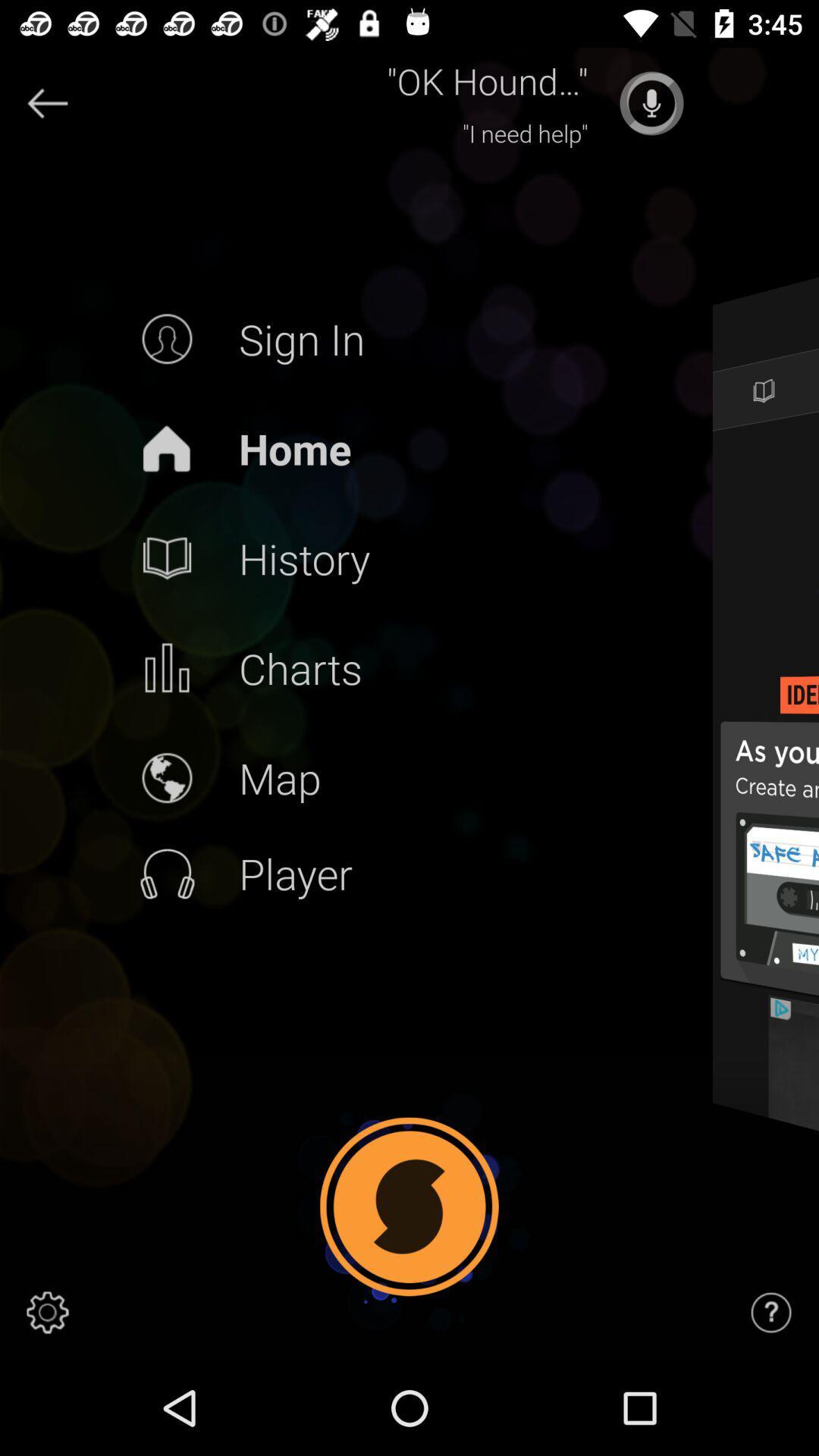  What do you see at coordinates (651, 102) in the screenshot?
I see `listen song` at bounding box center [651, 102].